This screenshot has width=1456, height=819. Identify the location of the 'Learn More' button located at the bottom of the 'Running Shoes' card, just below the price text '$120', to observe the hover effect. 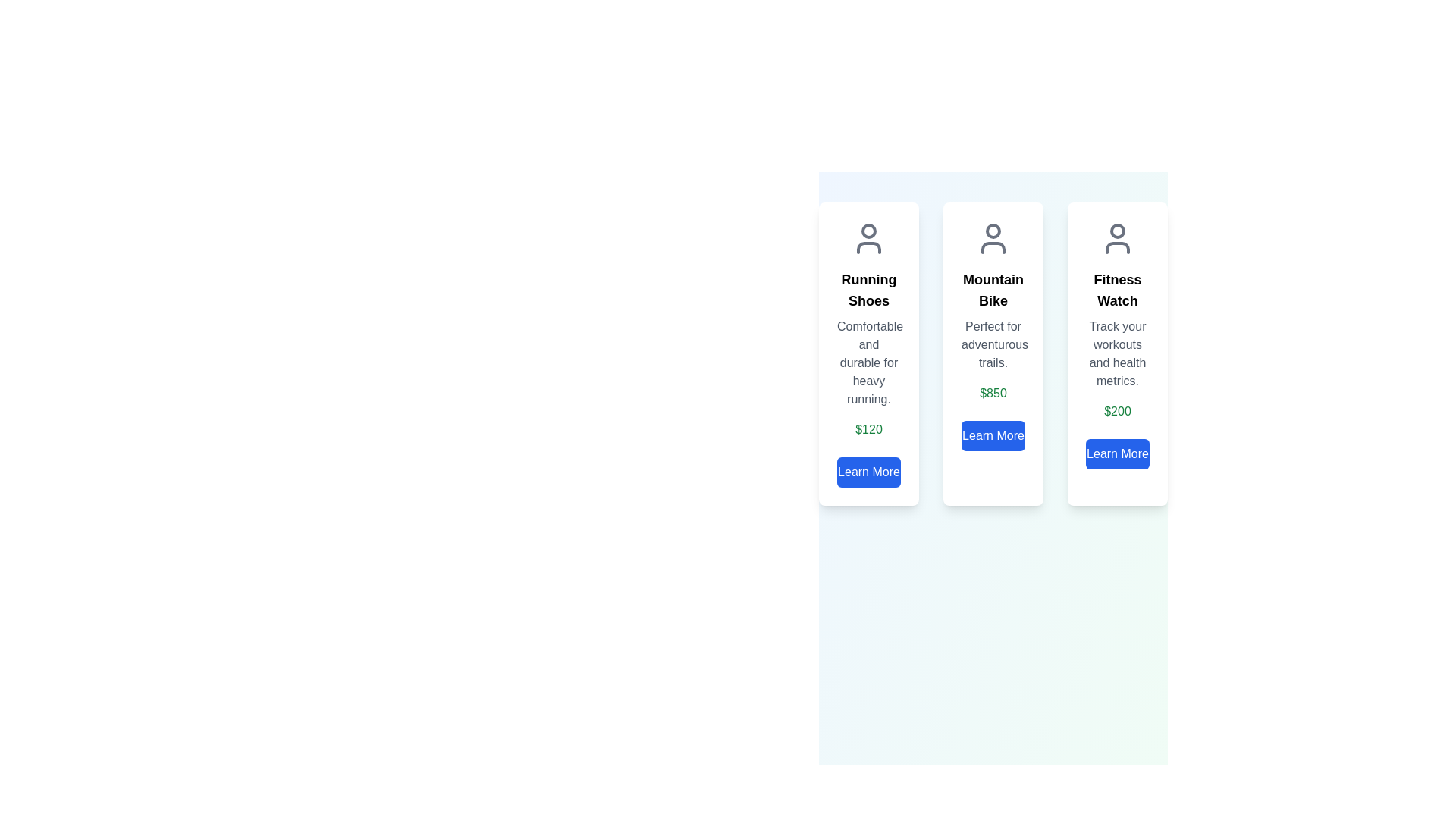
(869, 472).